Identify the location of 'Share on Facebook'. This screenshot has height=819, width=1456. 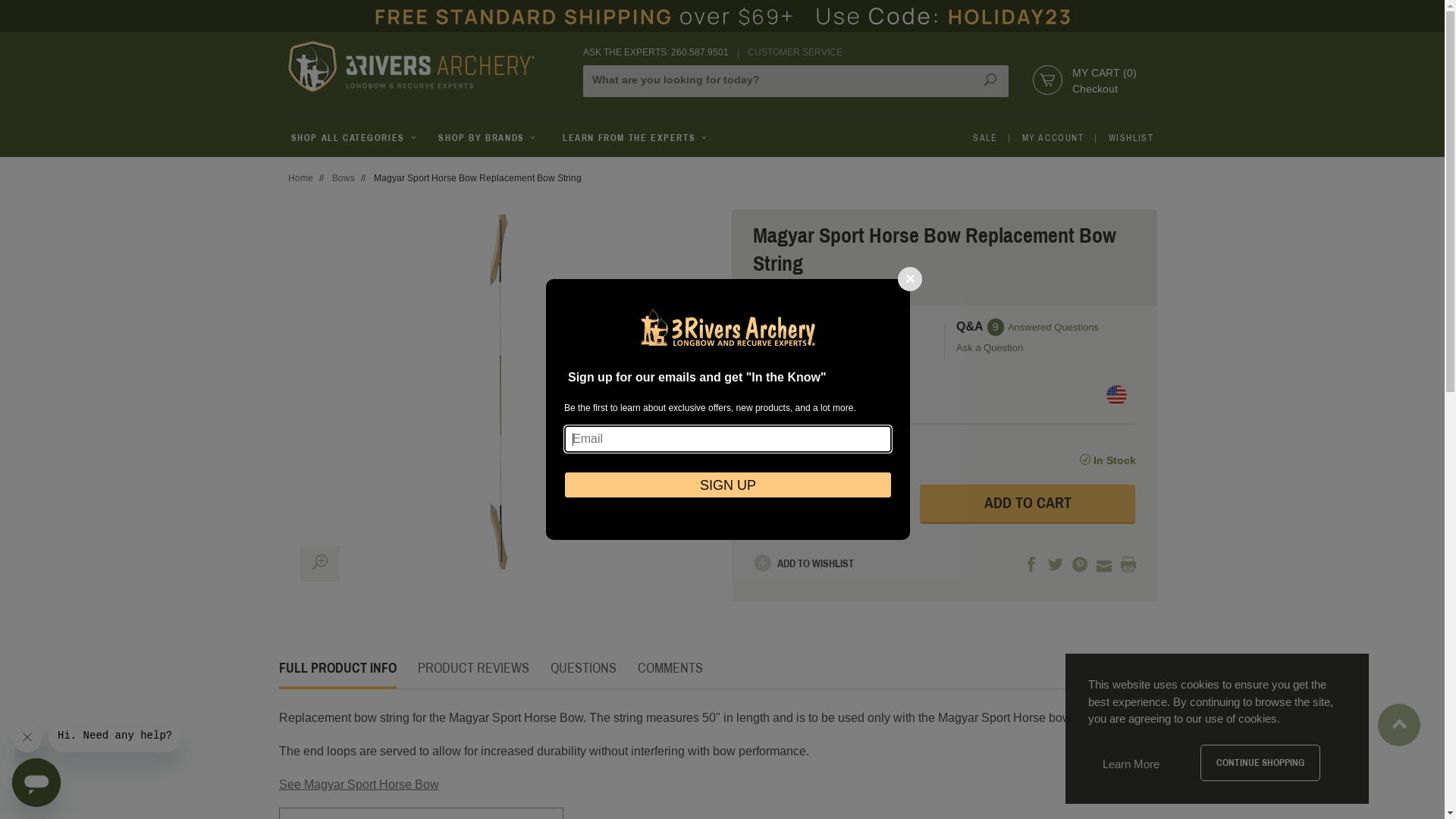
(1031, 565).